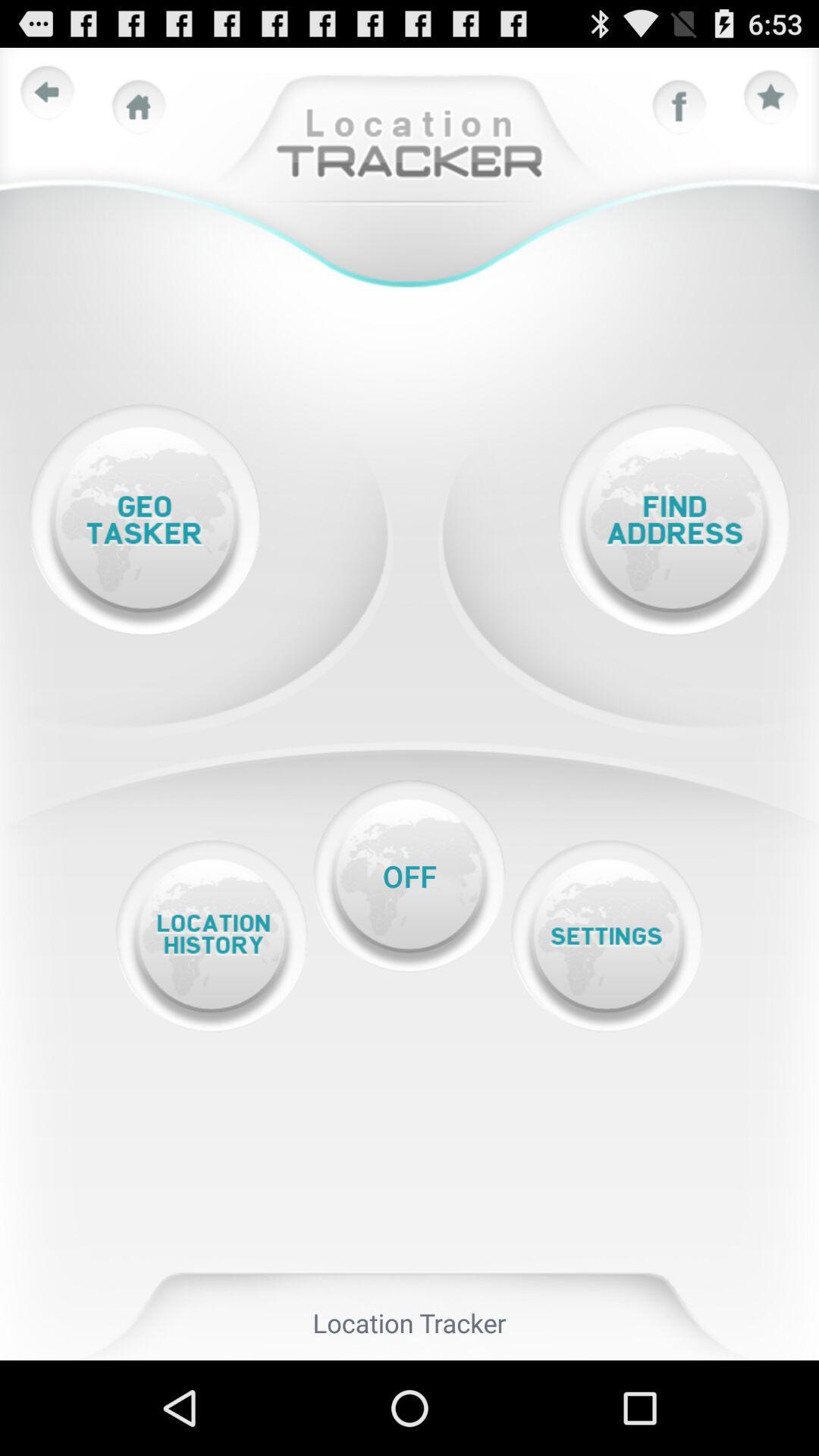 The height and width of the screenshot is (1456, 819). What do you see at coordinates (679, 114) in the screenshot?
I see `the facebook icon` at bounding box center [679, 114].